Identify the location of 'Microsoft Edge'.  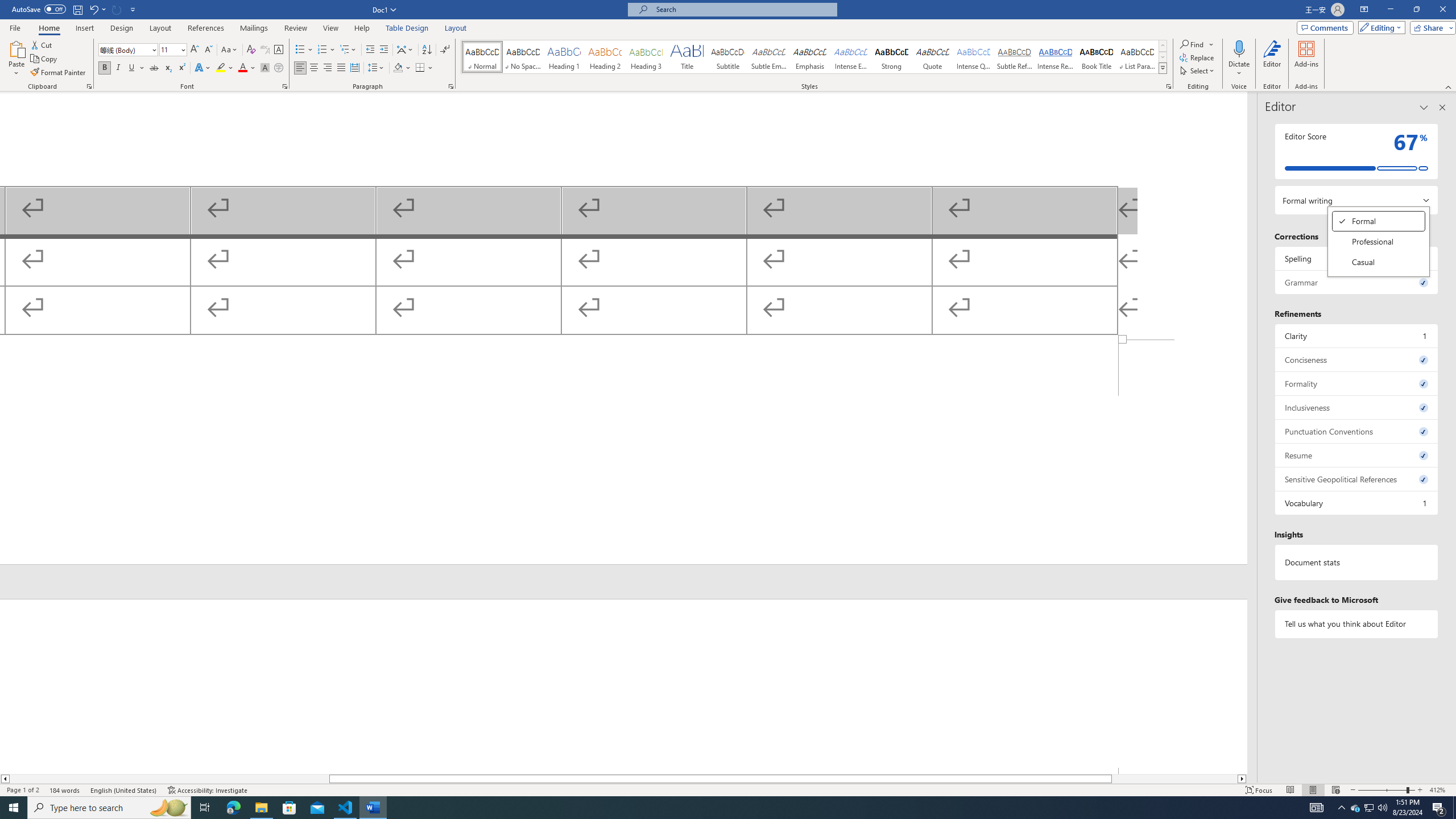
(233, 806).